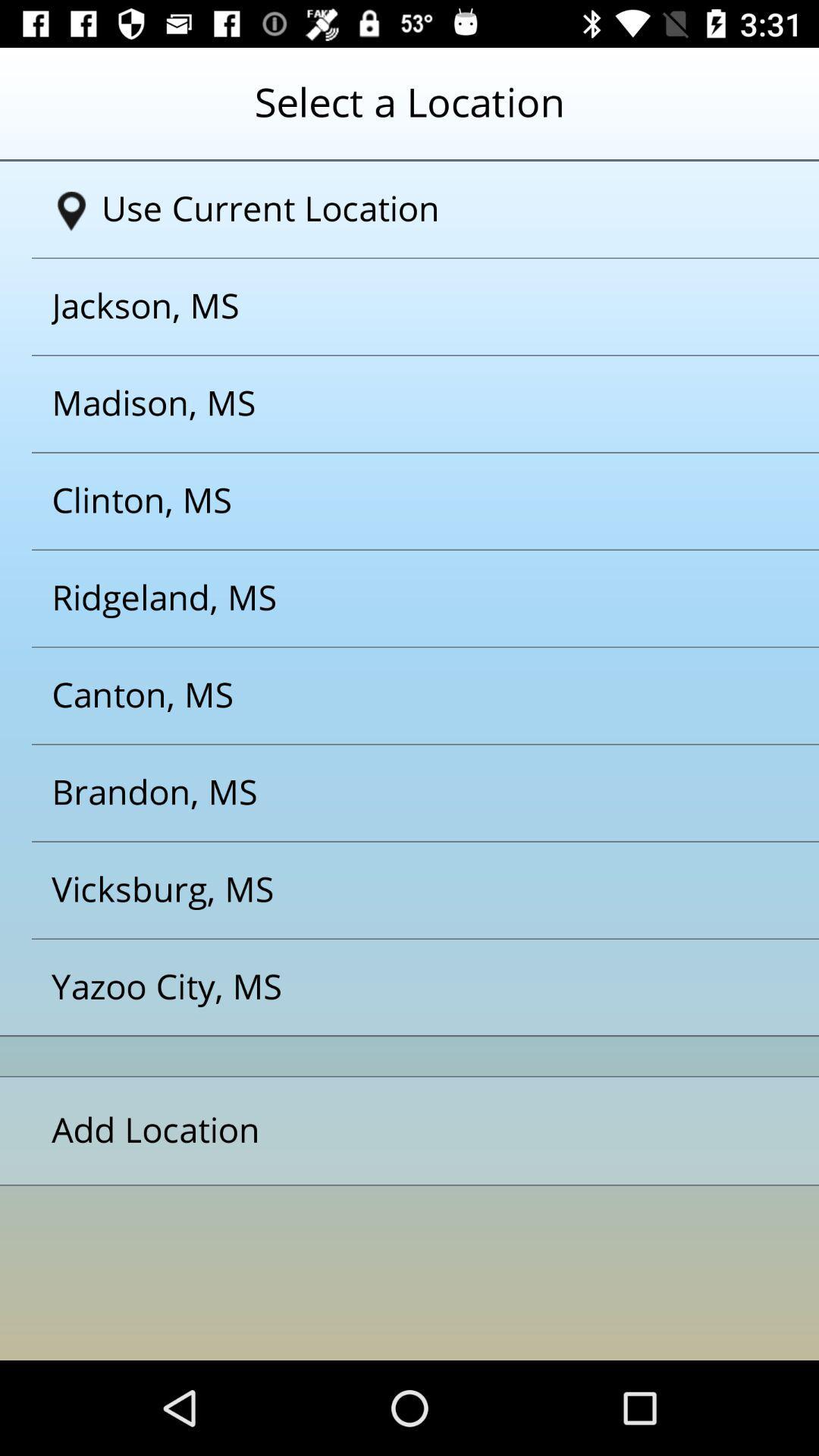  Describe the element at coordinates (390, 501) in the screenshot. I see `clinton ms` at that location.